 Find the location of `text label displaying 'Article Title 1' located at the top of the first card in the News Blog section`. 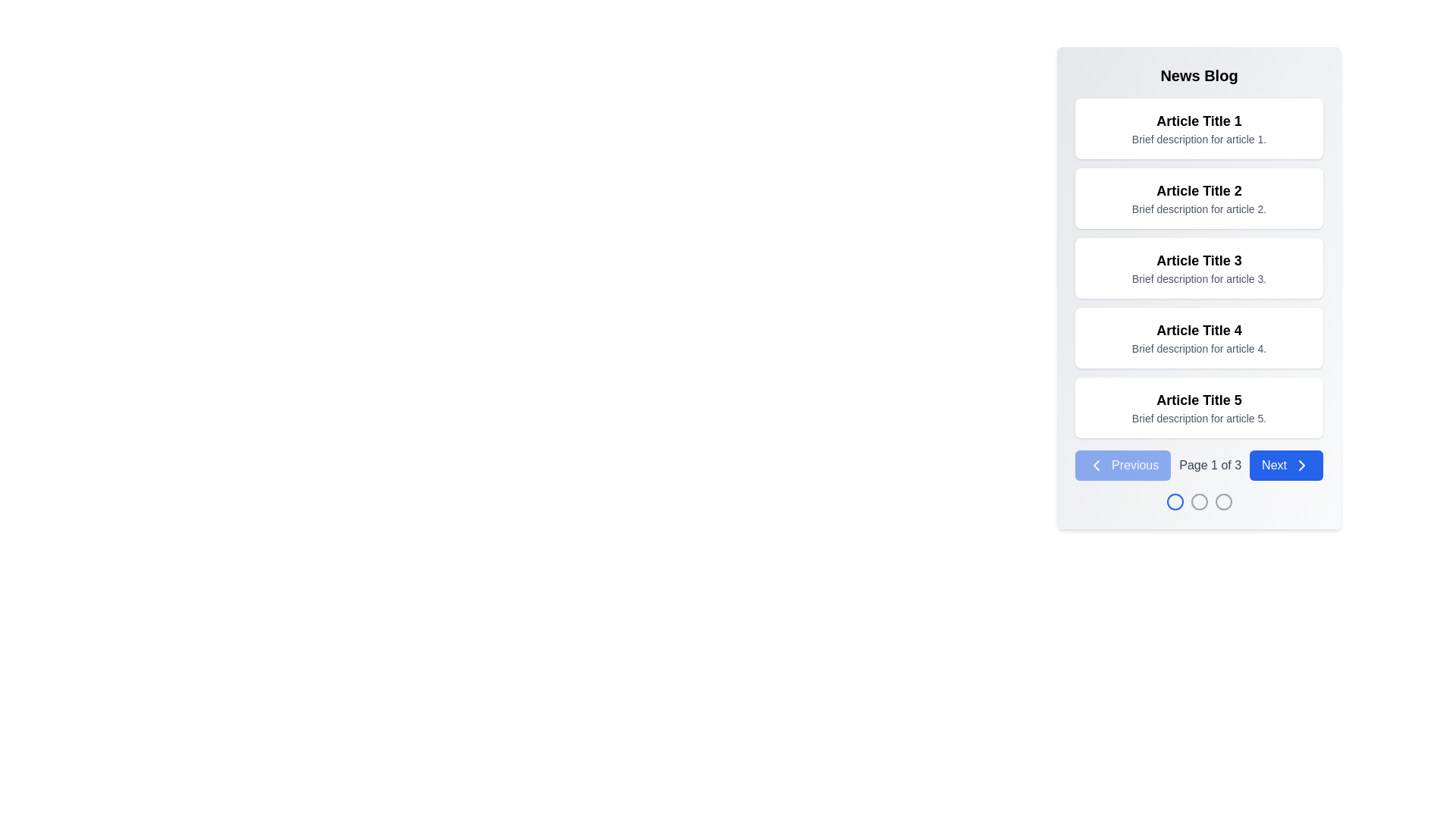

text label displaying 'Article Title 1' located at the top of the first card in the News Blog section is located at coordinates (1198, 120).